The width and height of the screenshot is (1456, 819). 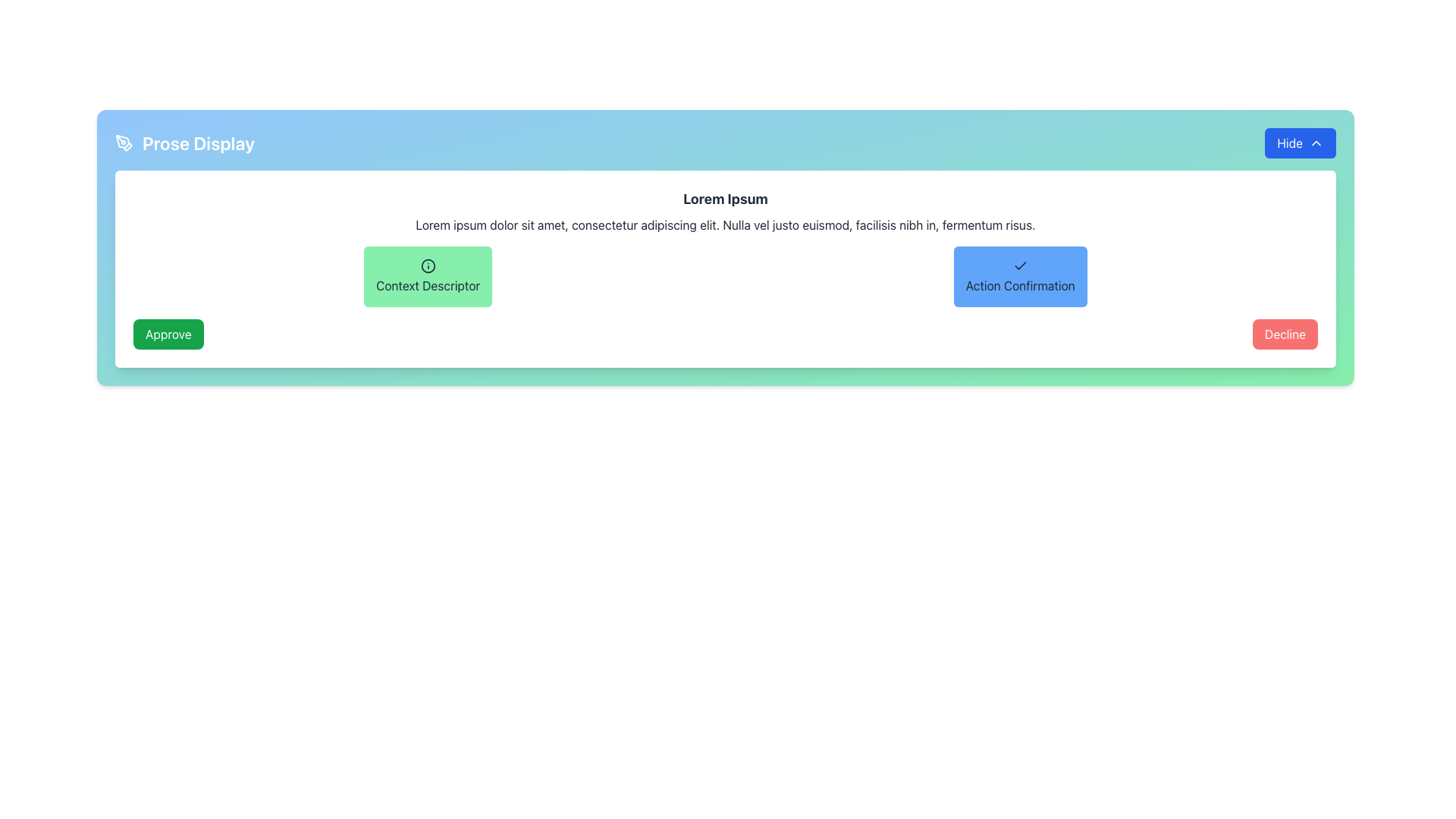 What do you see at coordinates (427, 265) in the screenshot?
I see `the information indicator icon located in the 'Context Descriptor' section, which provides additional context or details when interacted with` at bounding box center [427, 265].